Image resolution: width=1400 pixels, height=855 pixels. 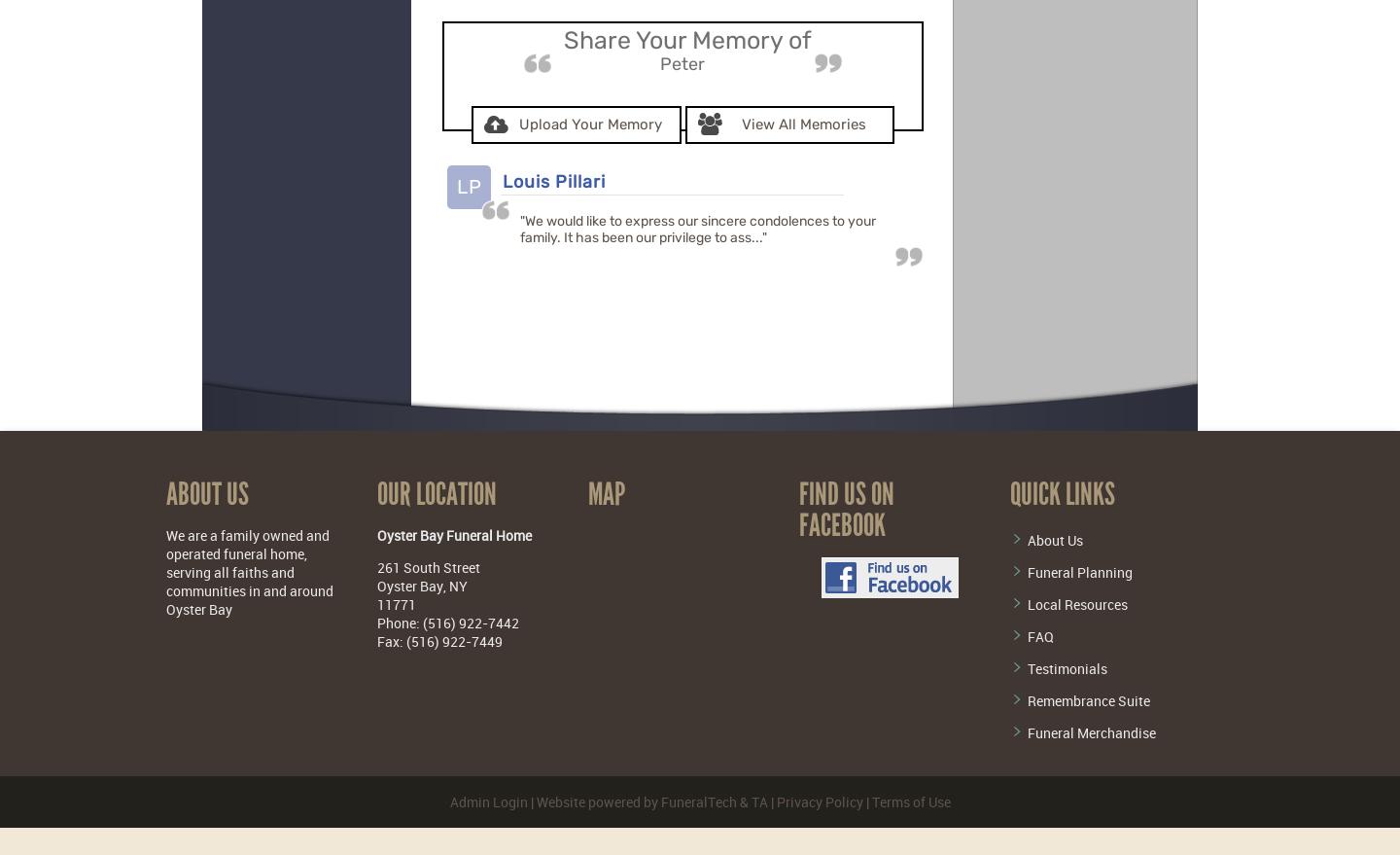 I want to click on '261 South Street', so click(x=429, y=565).